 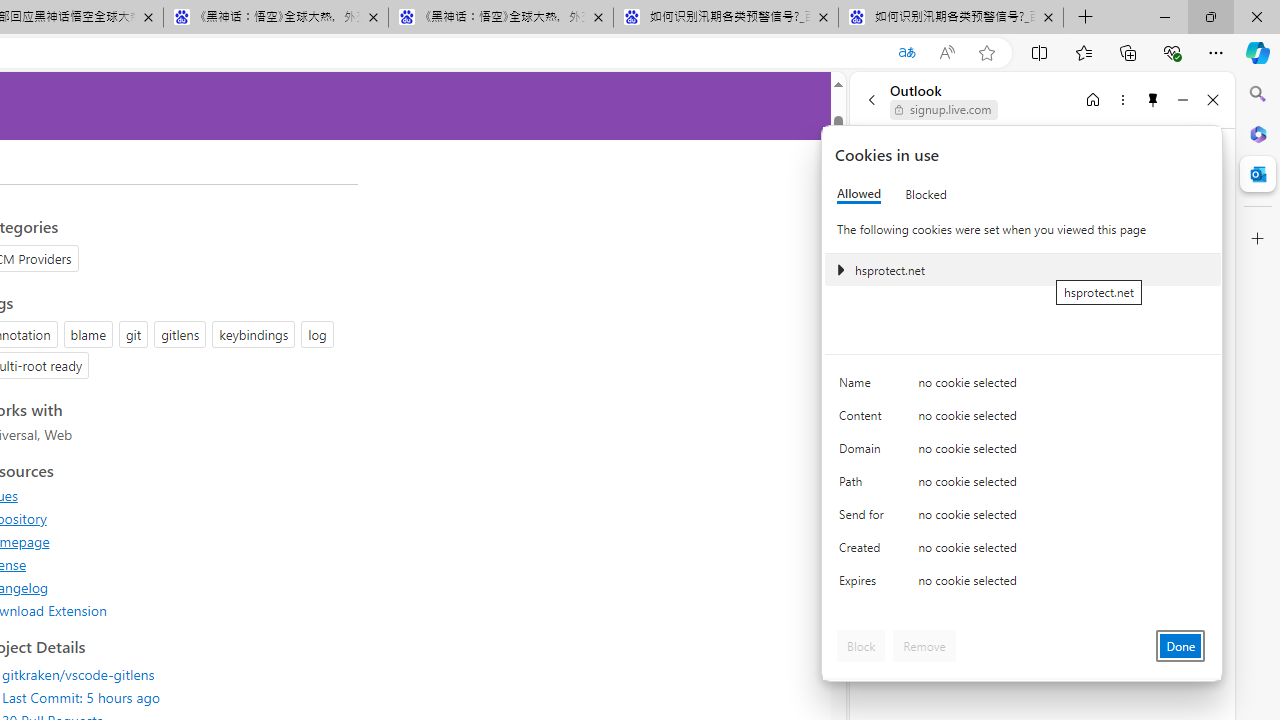 I want to click on 'Name', so click(x=865, y=387).